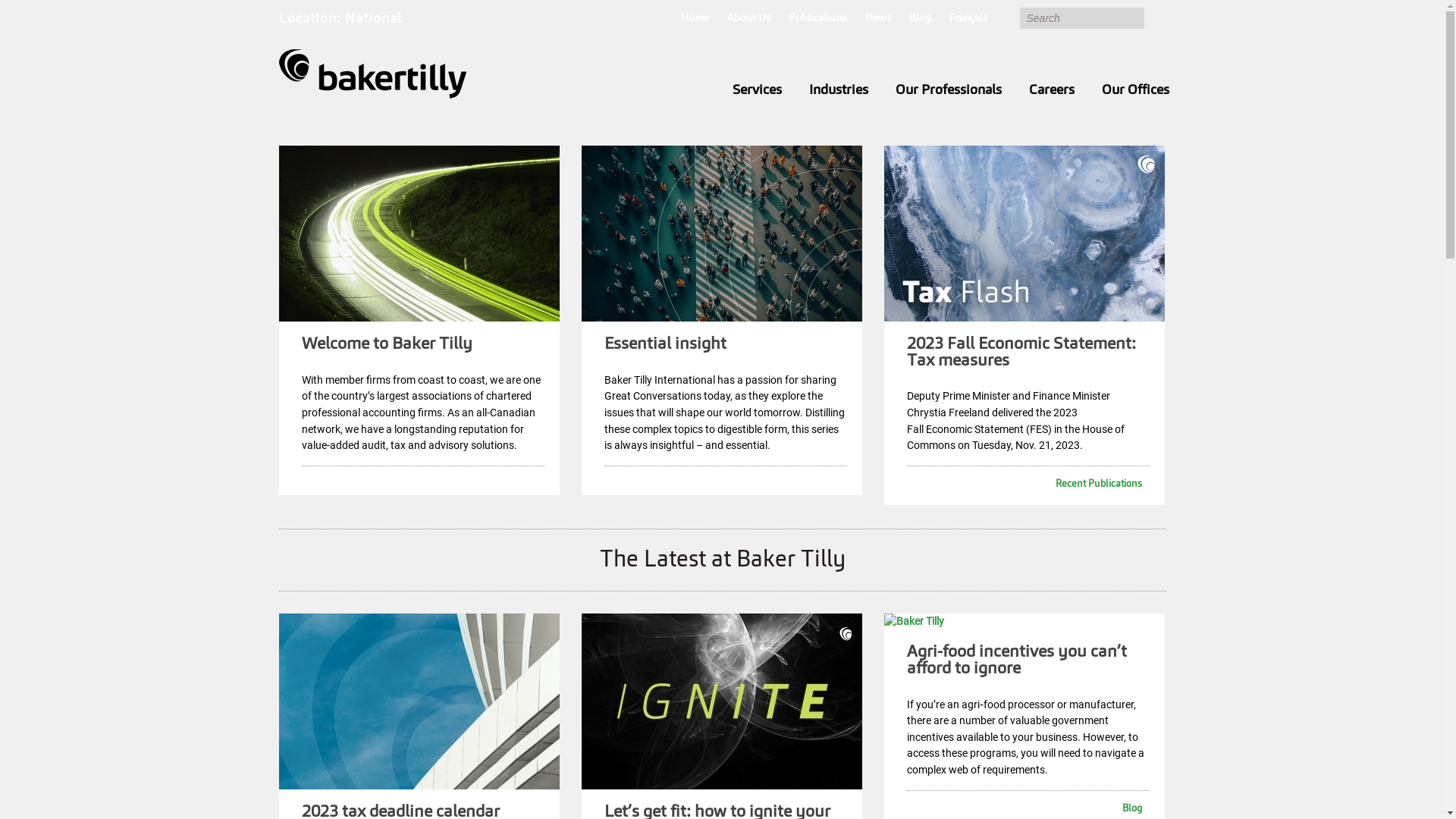 This screenshot has height=819, width=1456. I want to click on 'Industries', so click(836, 90).